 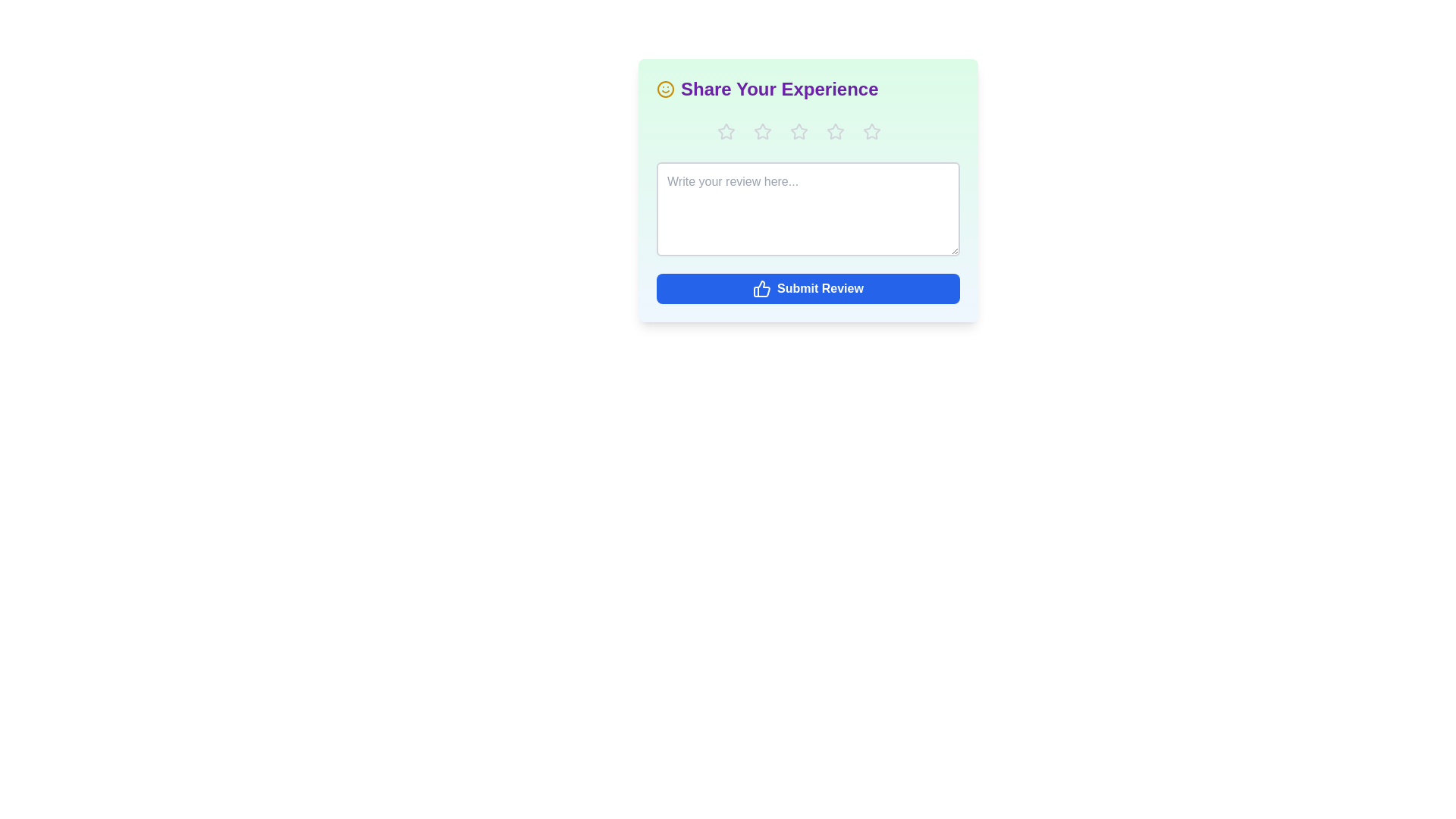 What do you see at coordinates (807, 289) in the screenshot?
I see `'Submit Review' button to submit the review` at bounding box center [807, 289].